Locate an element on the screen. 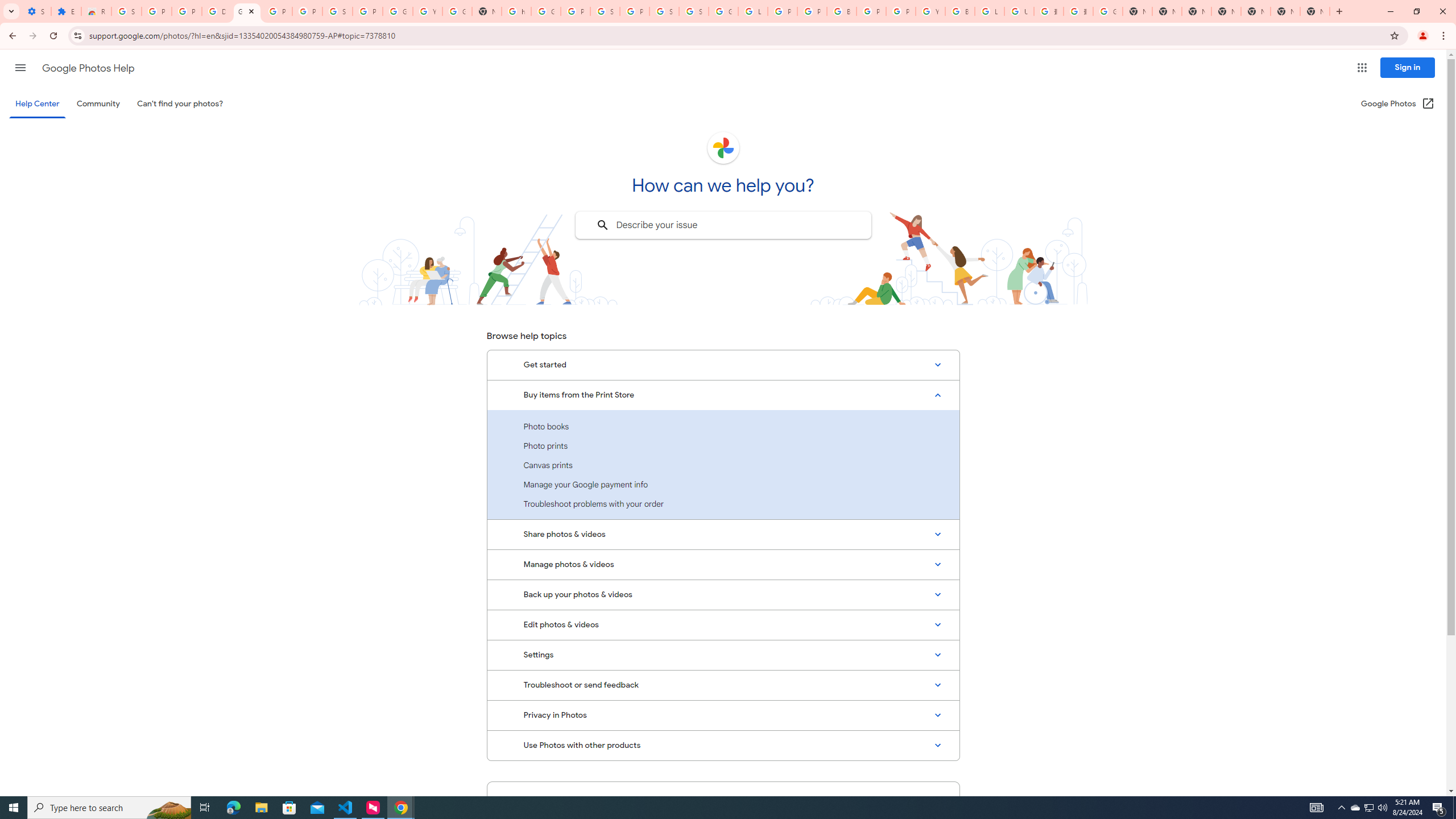  'Manage photos & videos' is located at coordinates (723, 564).